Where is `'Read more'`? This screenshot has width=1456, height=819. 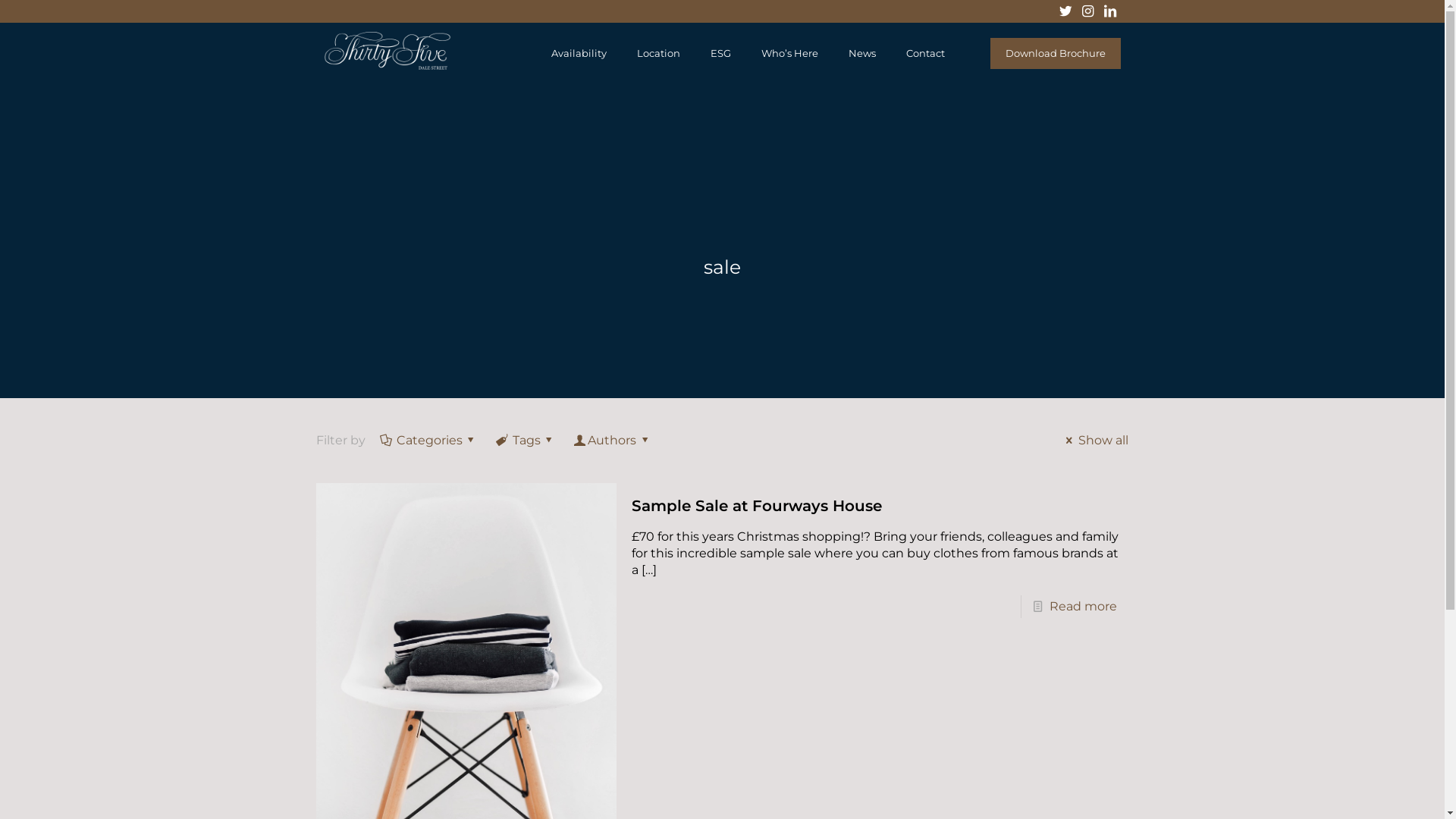
'Read more' is located at coordinates (1082, 605).